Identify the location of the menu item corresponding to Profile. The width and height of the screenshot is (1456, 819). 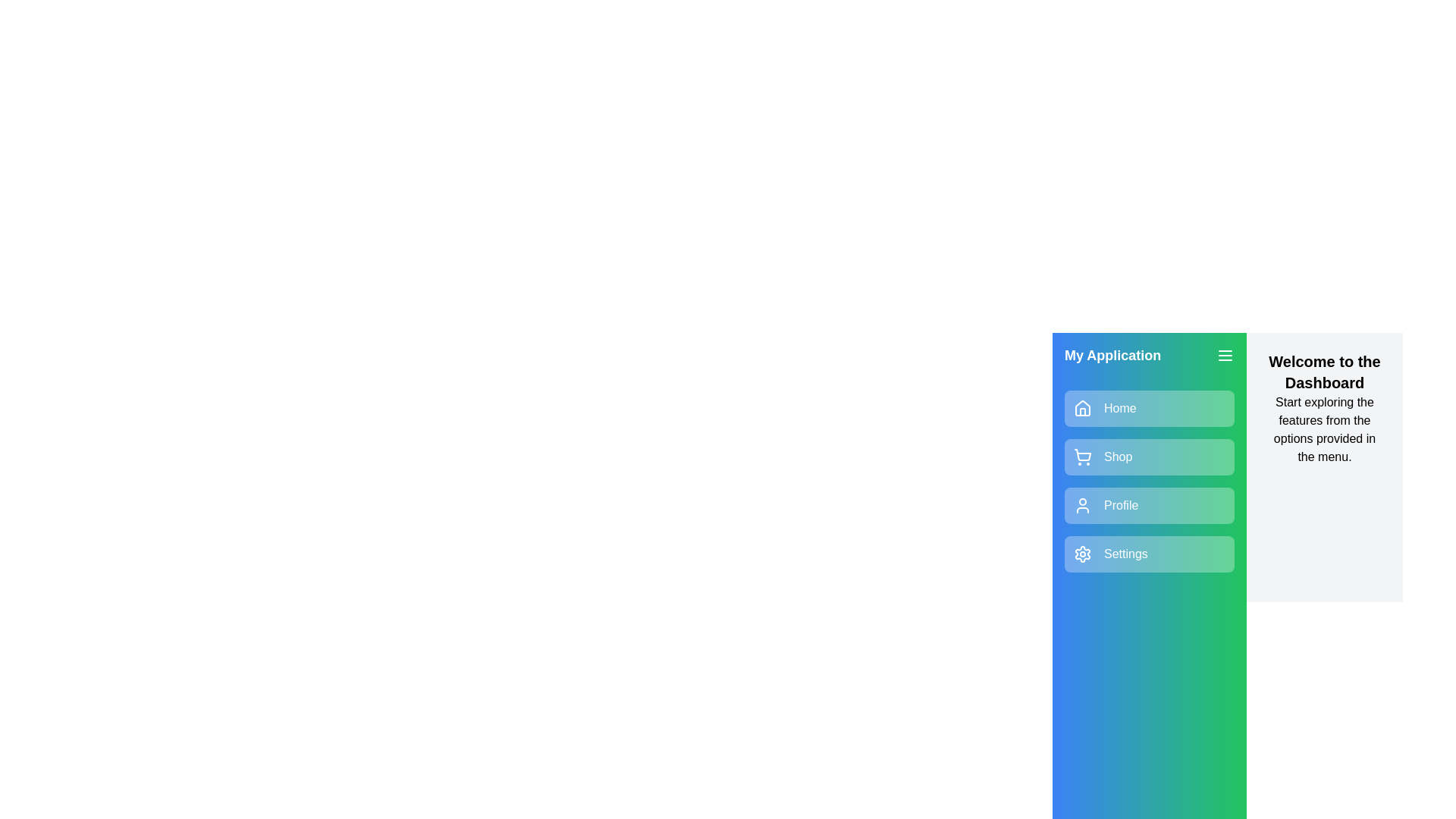
(1150, 506).